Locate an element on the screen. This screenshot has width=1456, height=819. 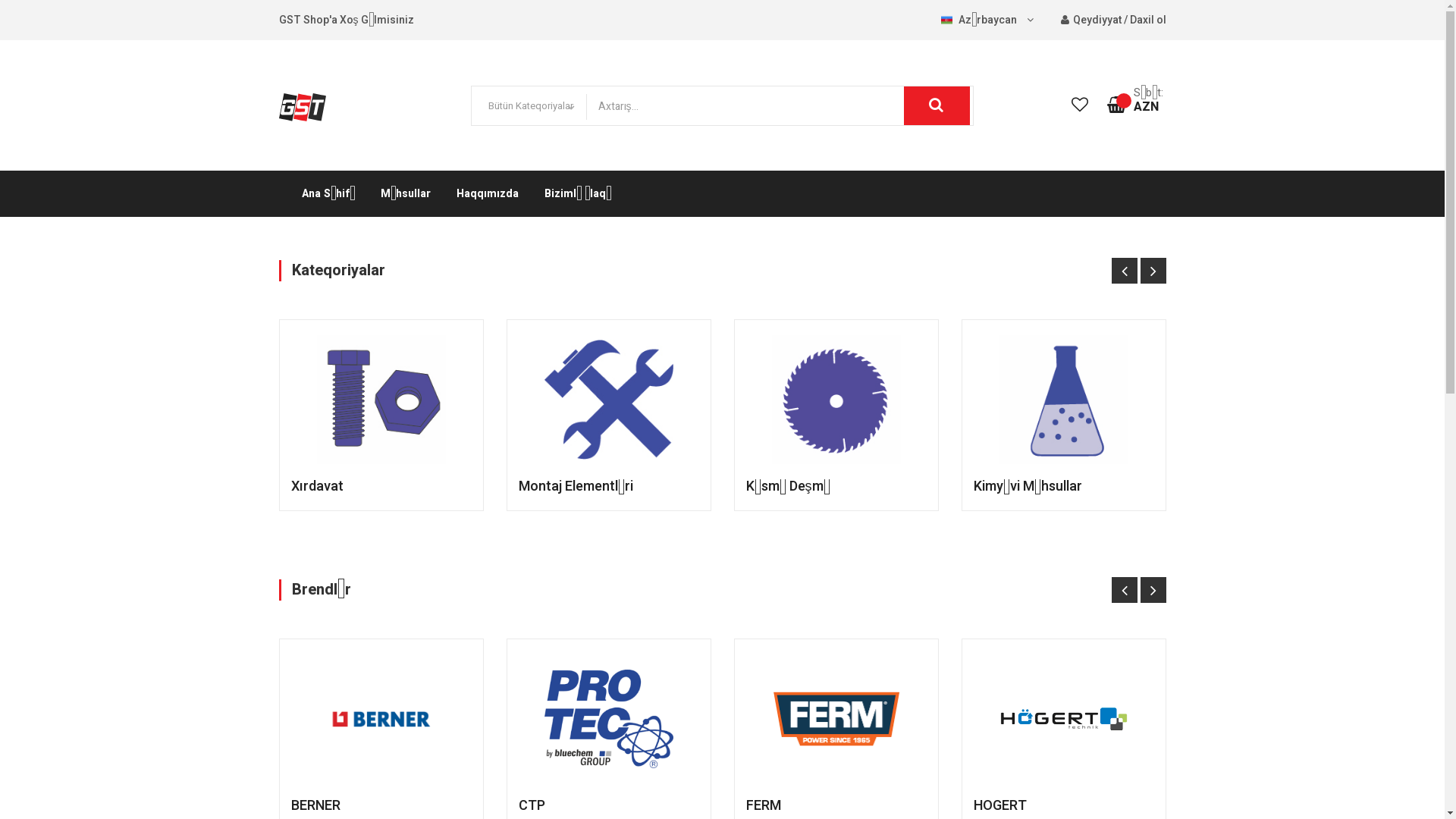
'HOGERT' is located at coordinates (1000, 805).